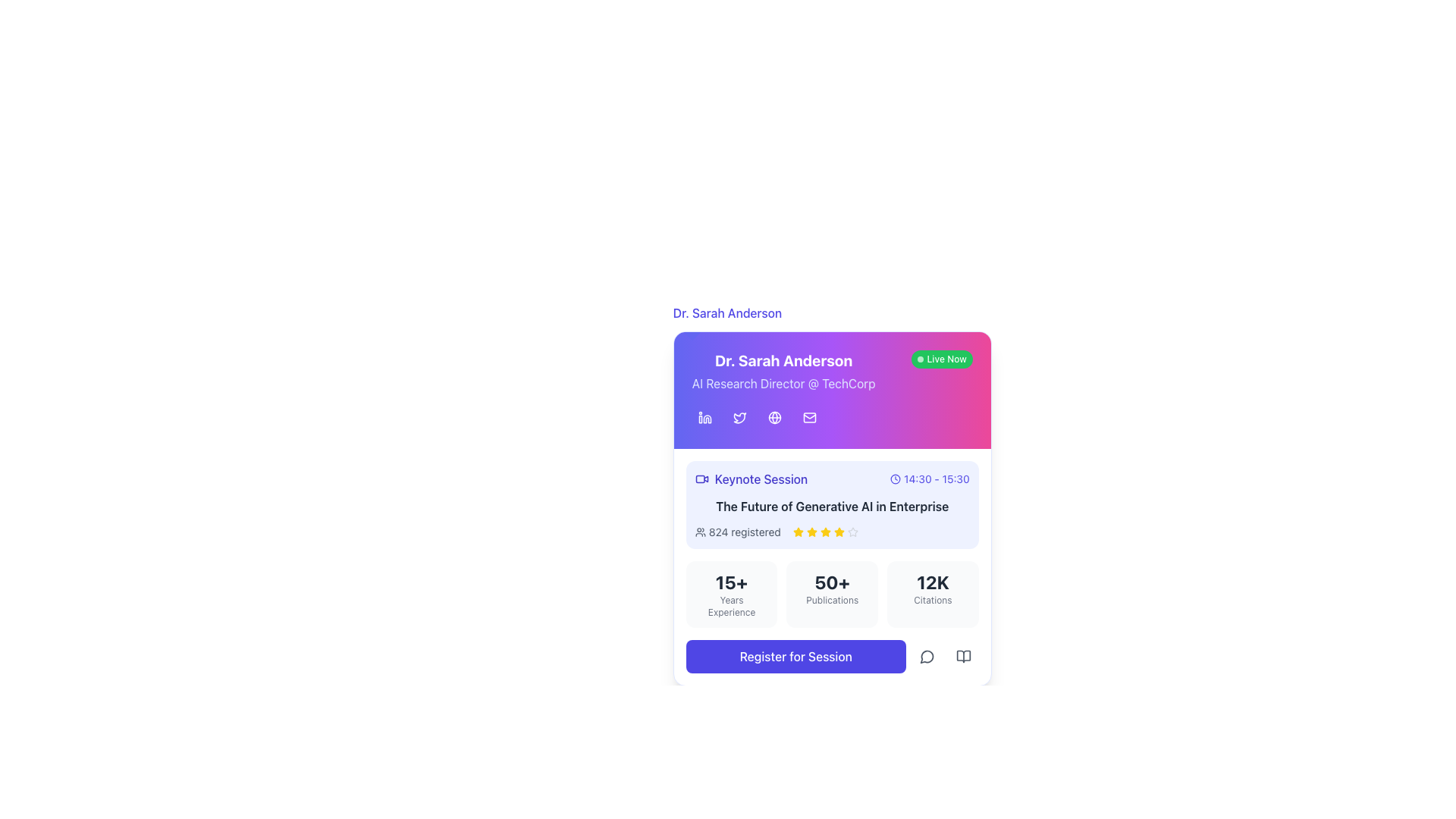 The height and width of the screenshot is (819, 1456). Describe the element at coordinates (824, 532) in the screenshot. I see `the star rating display component, which consists of five star icons, four filled with yellow and one gray, located below '824 registered' and above session statistics` at that location.